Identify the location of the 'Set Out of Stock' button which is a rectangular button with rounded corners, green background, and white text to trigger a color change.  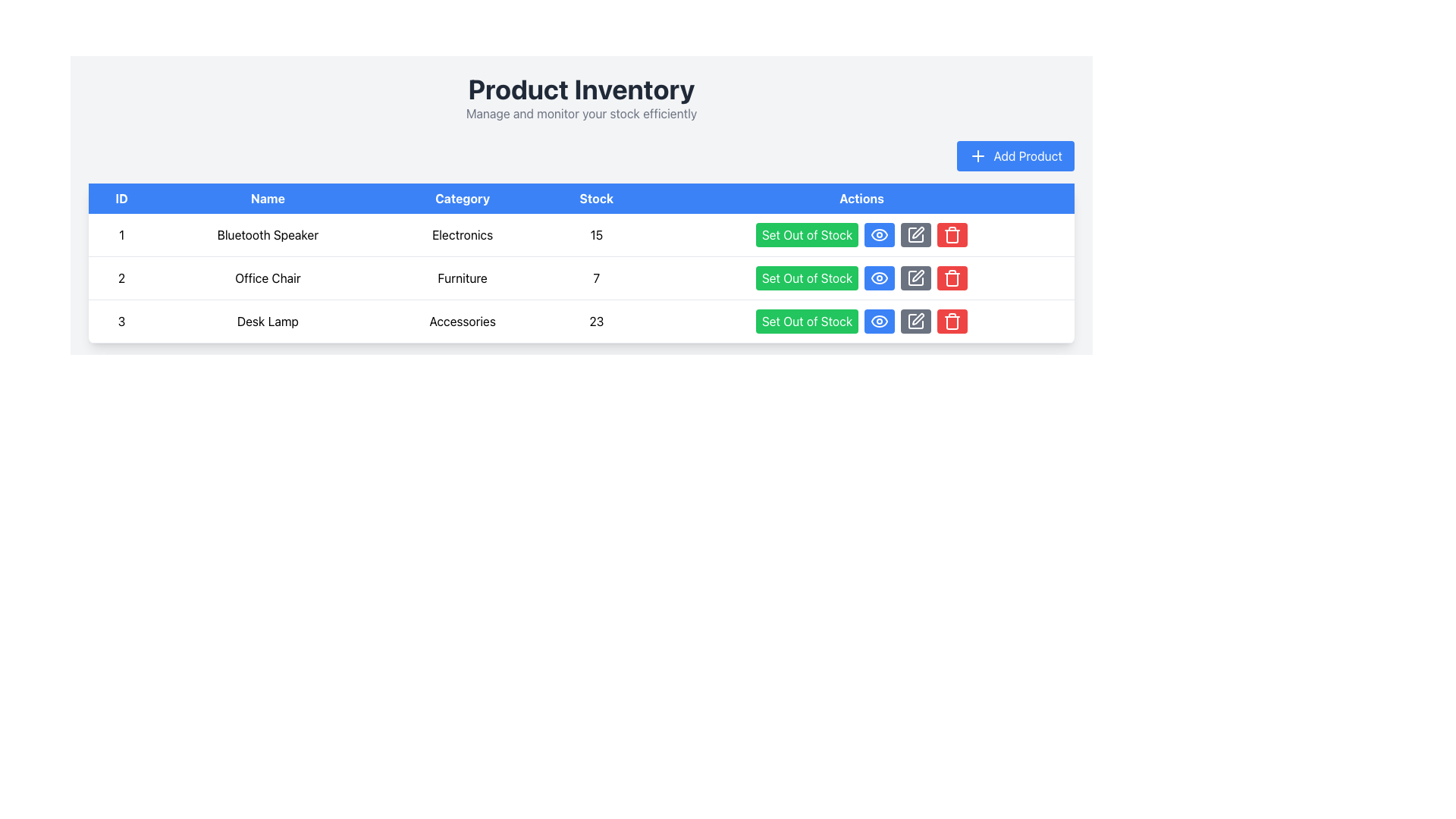
(806, 278).